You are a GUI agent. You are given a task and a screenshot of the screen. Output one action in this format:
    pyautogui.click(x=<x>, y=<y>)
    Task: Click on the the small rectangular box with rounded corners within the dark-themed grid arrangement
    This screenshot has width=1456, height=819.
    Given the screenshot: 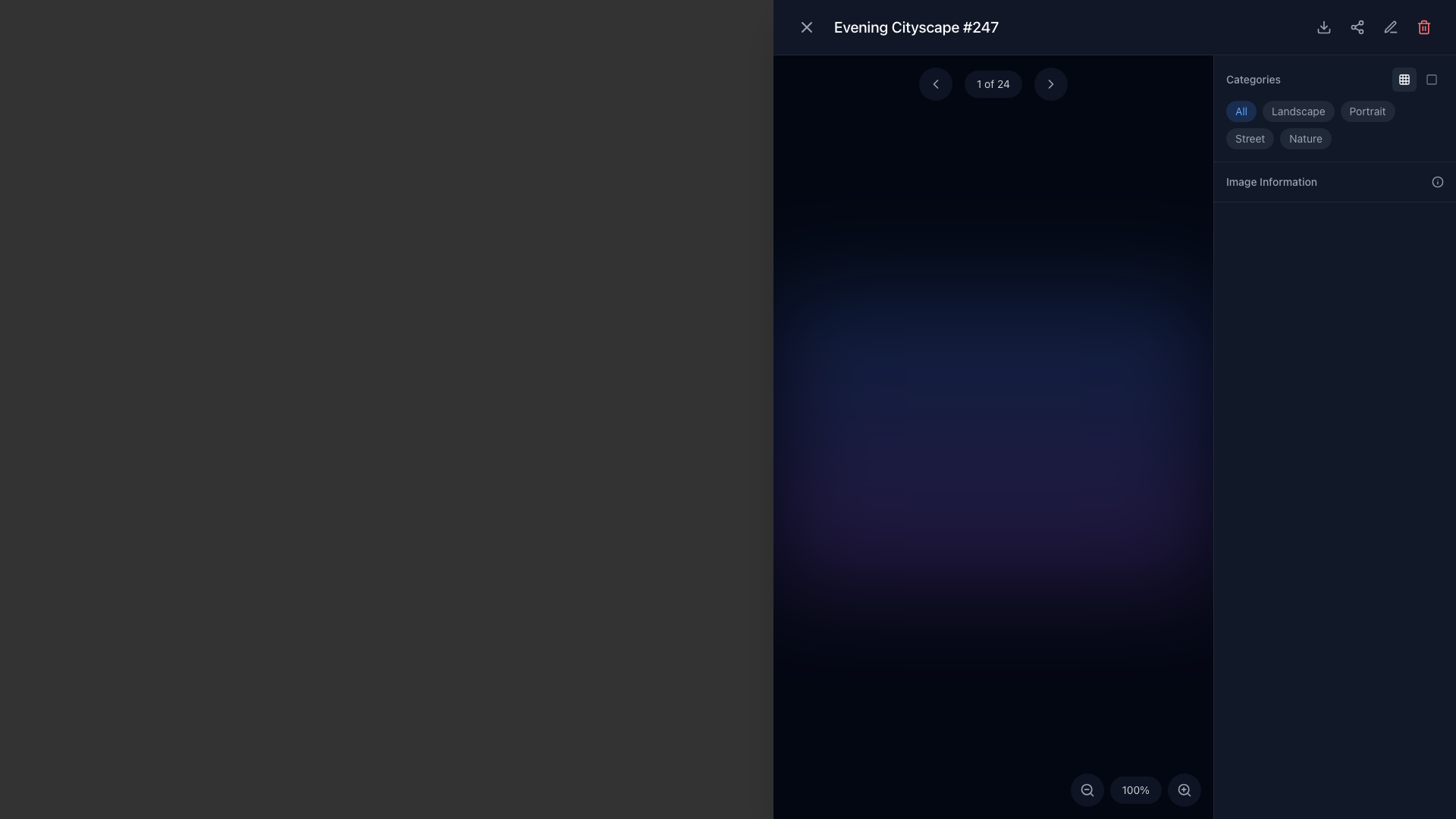 What is the action you would take?
    pyautogui.click(x=1404, y=79)
    